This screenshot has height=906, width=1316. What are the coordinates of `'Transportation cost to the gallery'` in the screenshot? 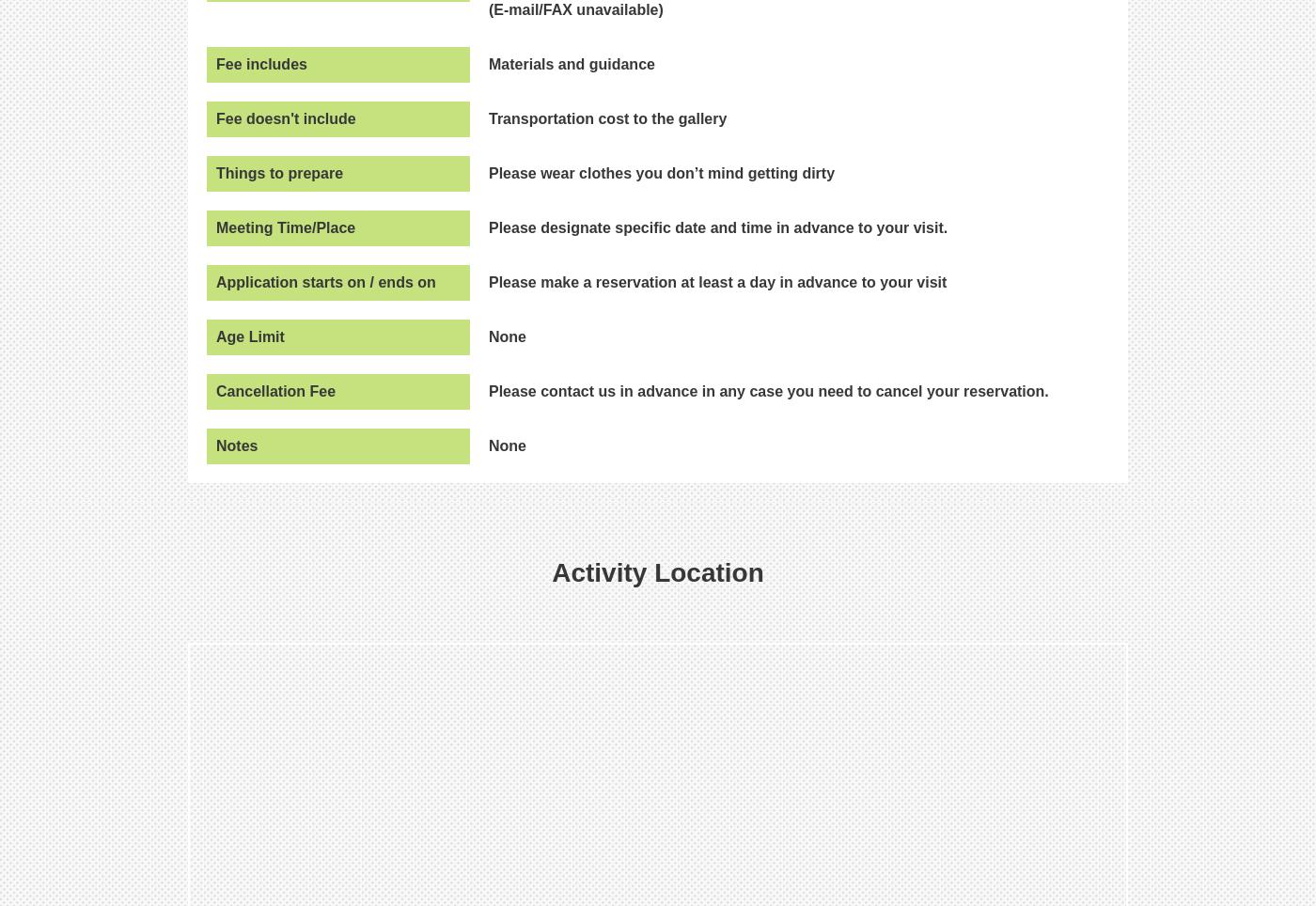 It's located at (488, 117).